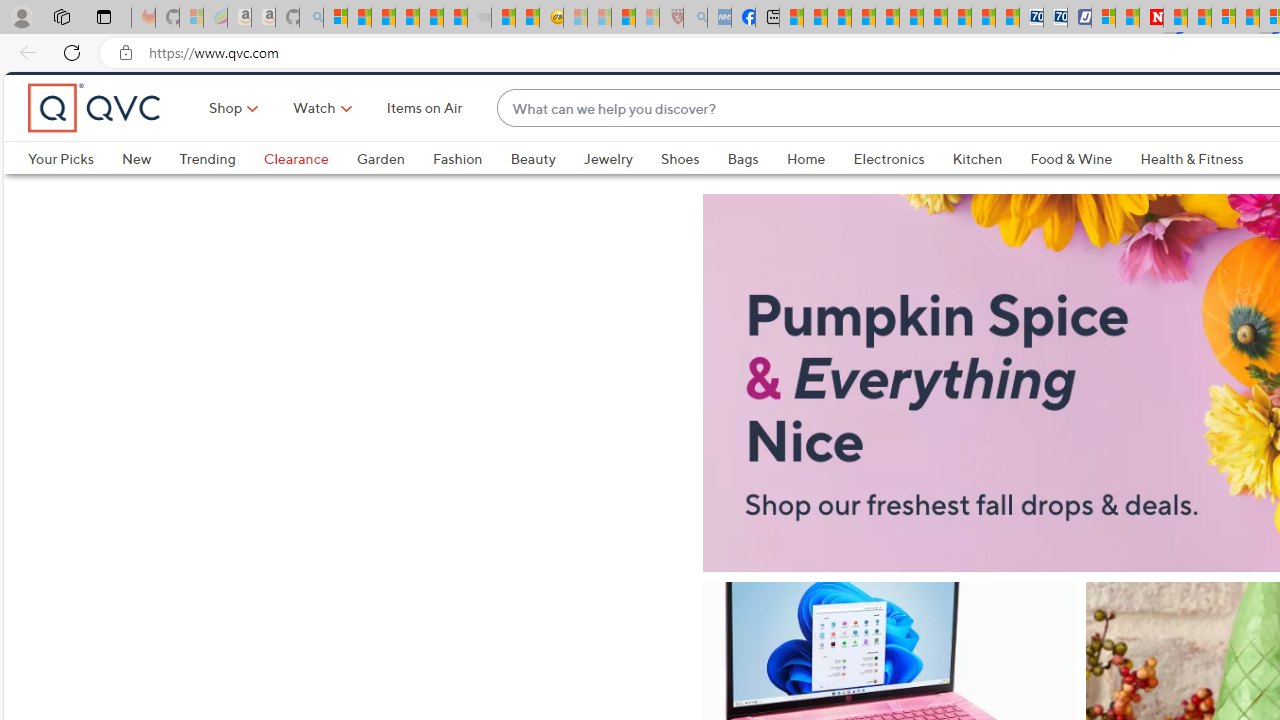 The width and height of the screenshot is (1280, 720). I want to click on 'Food & Wine', so click(1071, 192).